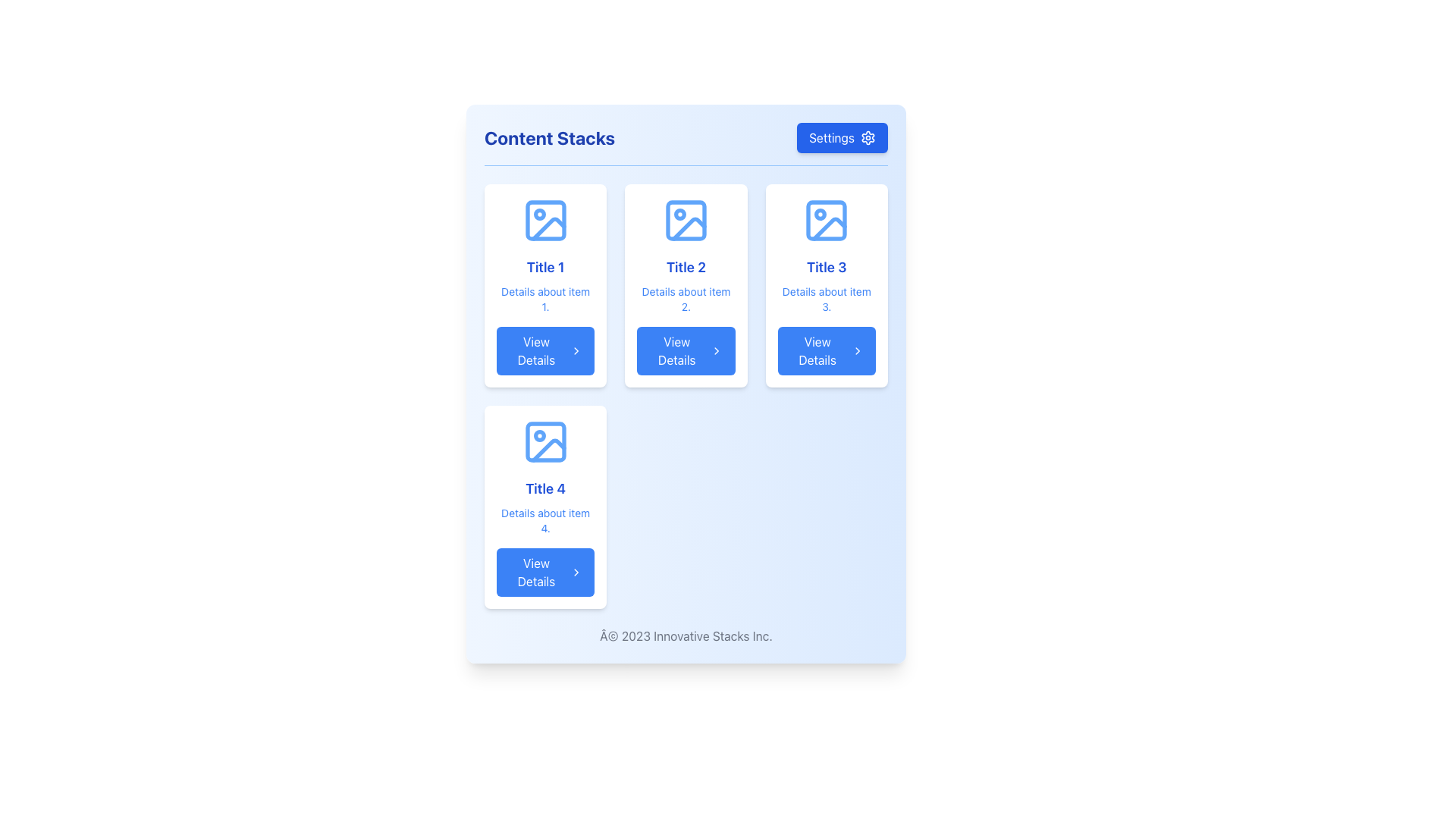 The width and height of the screenshot is (1456, 819). Describe the element at coordinates (679, 214) in the screenshot. I see `the SVG circle element located inside the second card labeled 'Title 2' in the grid of items, part of the icon at the top of the card` at that location.